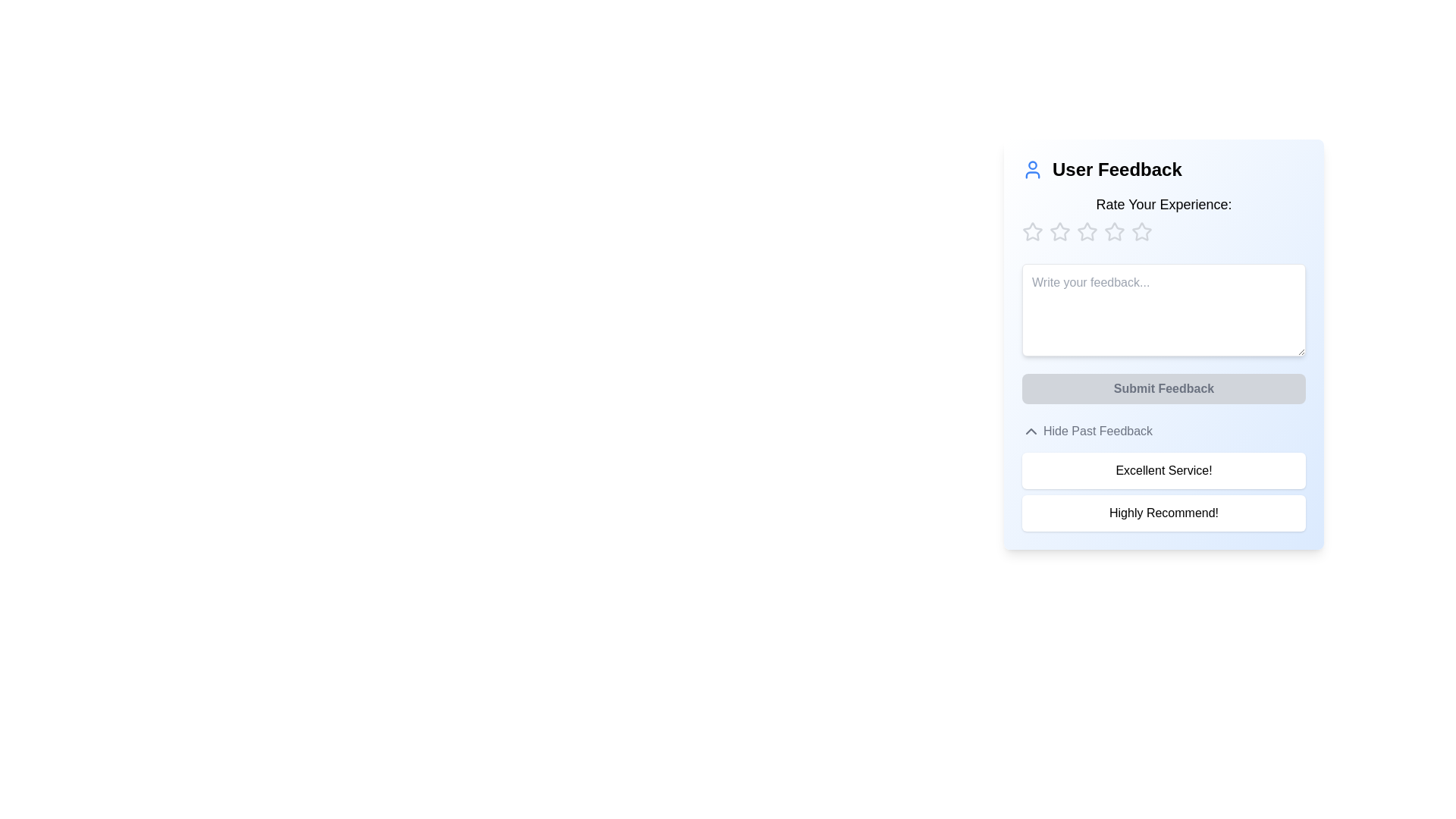 This screenshot has height=819, width=1456. I want to click on the first star icon in the rating system located below the 'Rate Your Experience' label in the 'User Feedback' section, so click(1032, 231).